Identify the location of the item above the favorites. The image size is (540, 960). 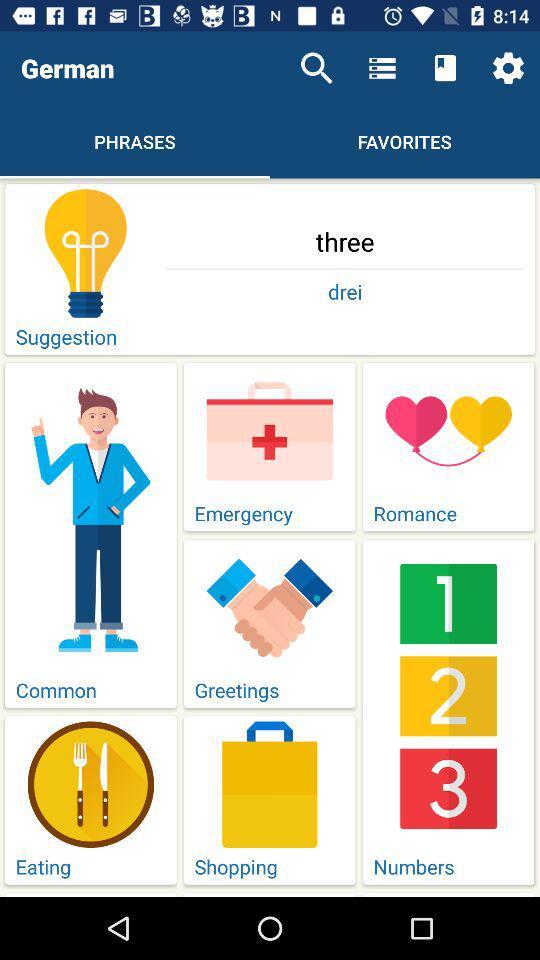
(382, 68).